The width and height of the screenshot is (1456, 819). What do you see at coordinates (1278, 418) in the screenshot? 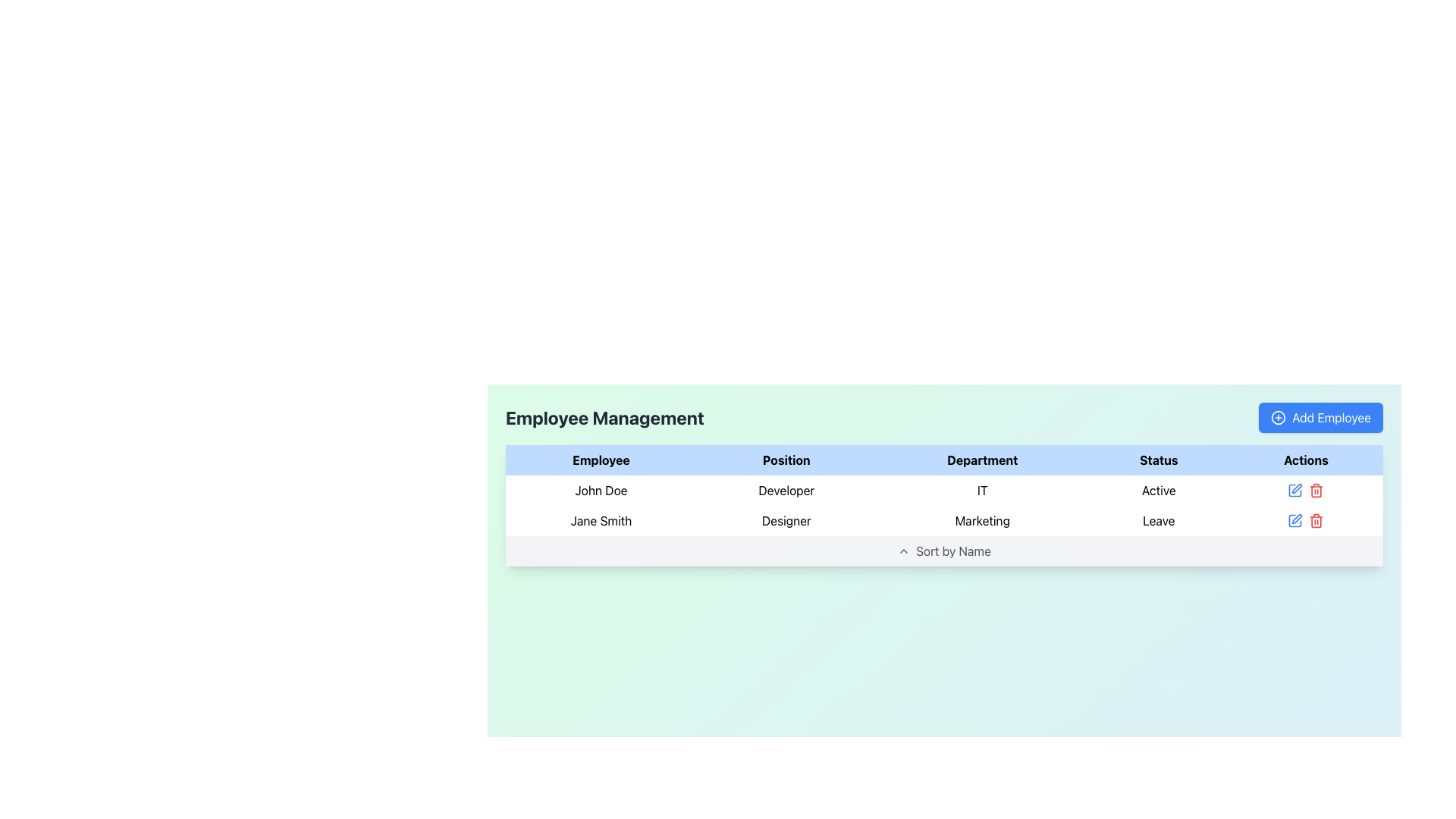
I see `the circular icon with a plus sign in the middle, which is part of the 'Add Employee' button located to the right of the main interface, preceding the text 'Add Employee'` at bounding box center [1278, 418].